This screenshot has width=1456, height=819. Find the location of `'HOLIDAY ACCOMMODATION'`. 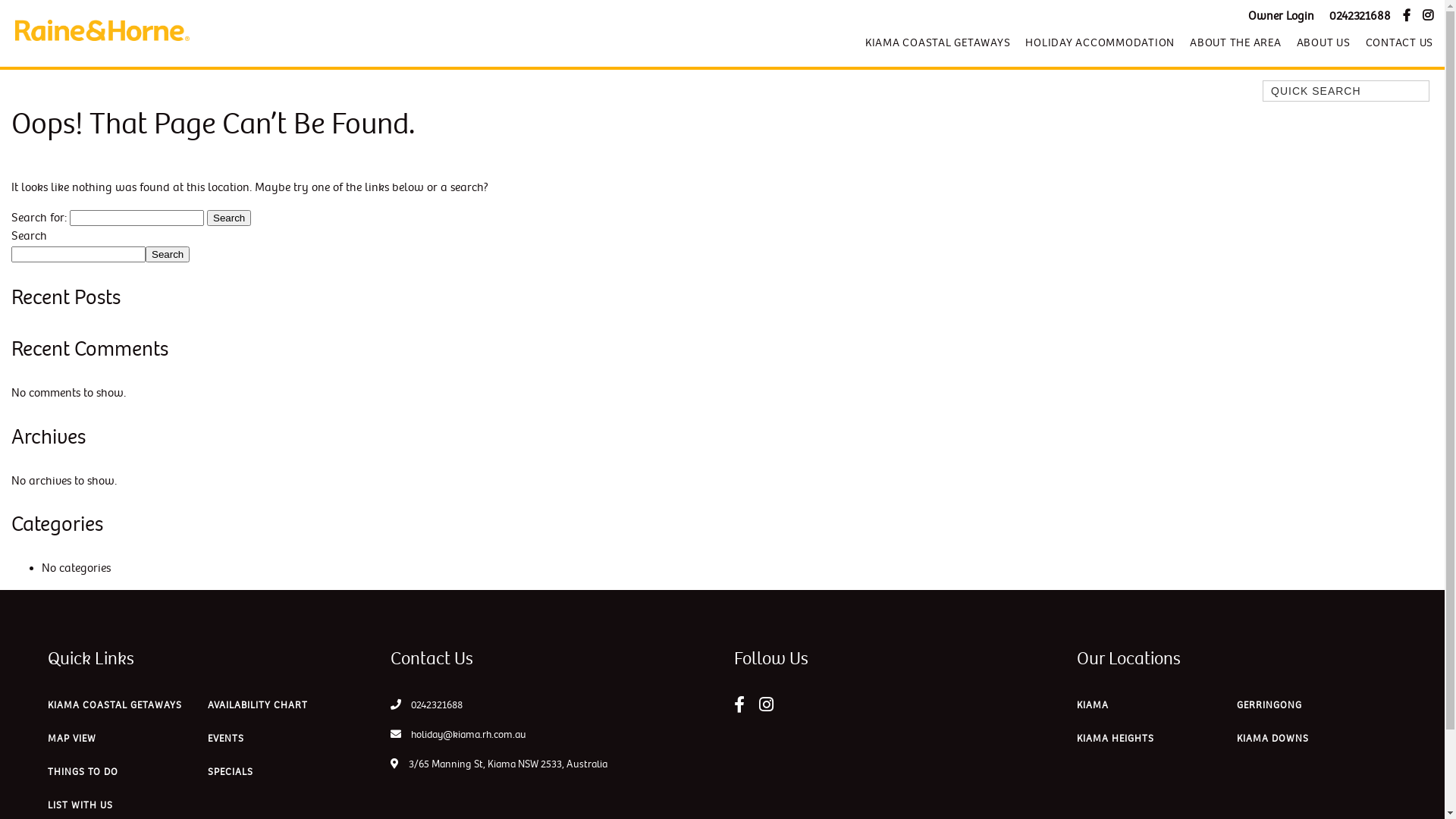

'HOLIDAY ACCOMMODATION' is located at coordinates (1100, 42).